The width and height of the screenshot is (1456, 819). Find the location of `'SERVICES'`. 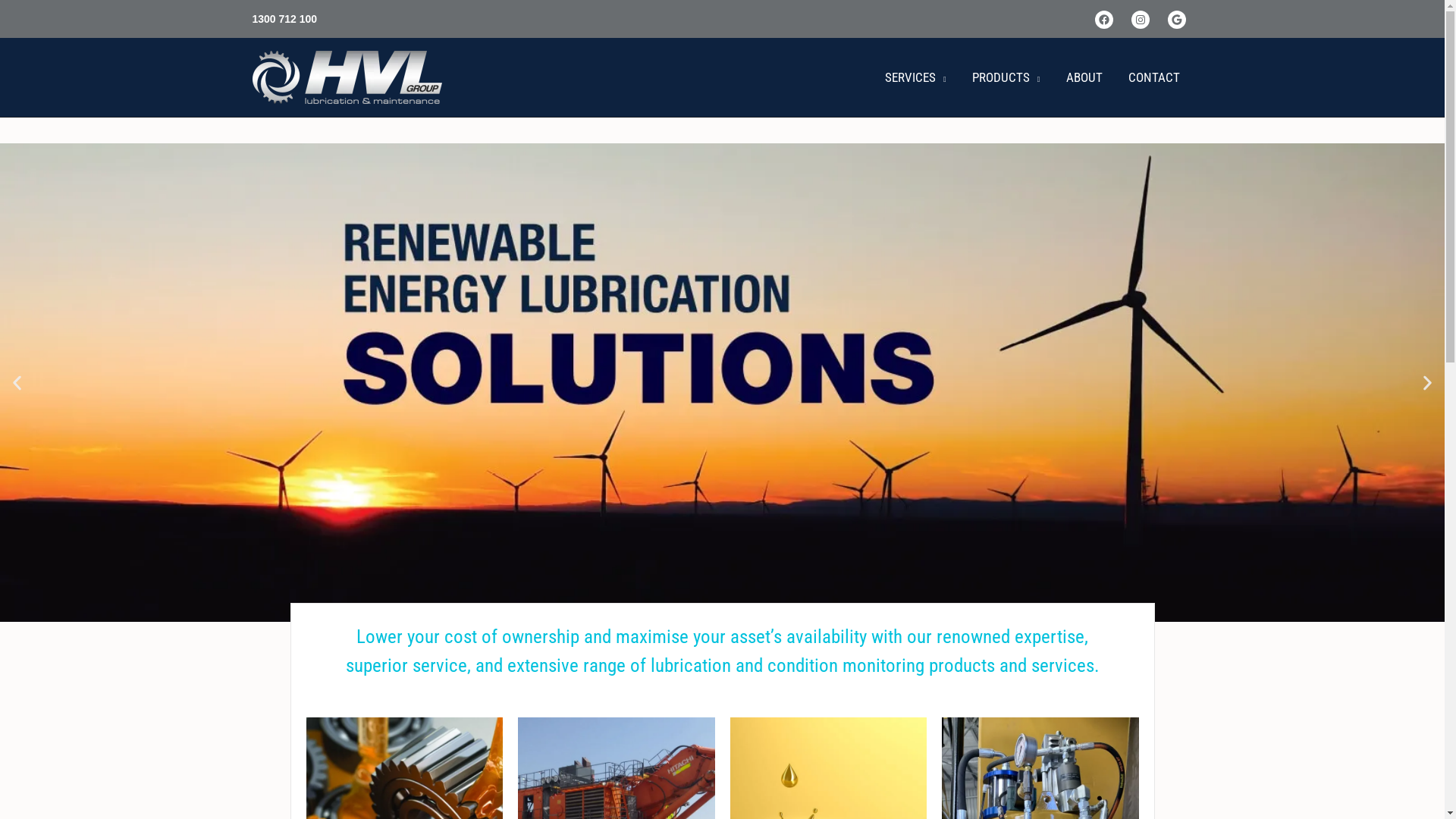

'SERVICES' is located at coordinates (915, 77).